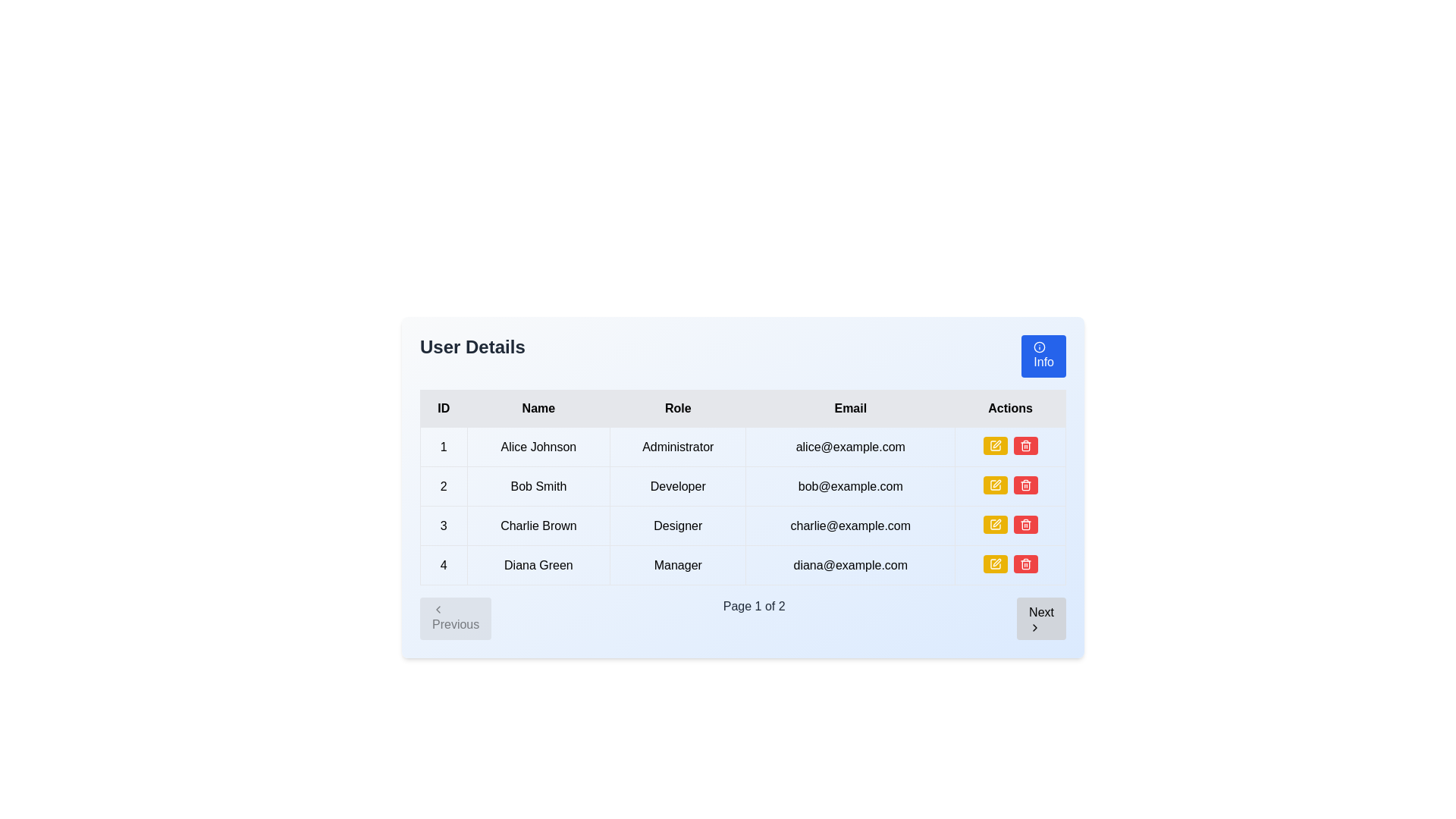 The height and width of the screenshot is (819, 1456). I want to click on the delete icon button located in the 'Actions' column of the last user row in the table, so click(1025, 485).